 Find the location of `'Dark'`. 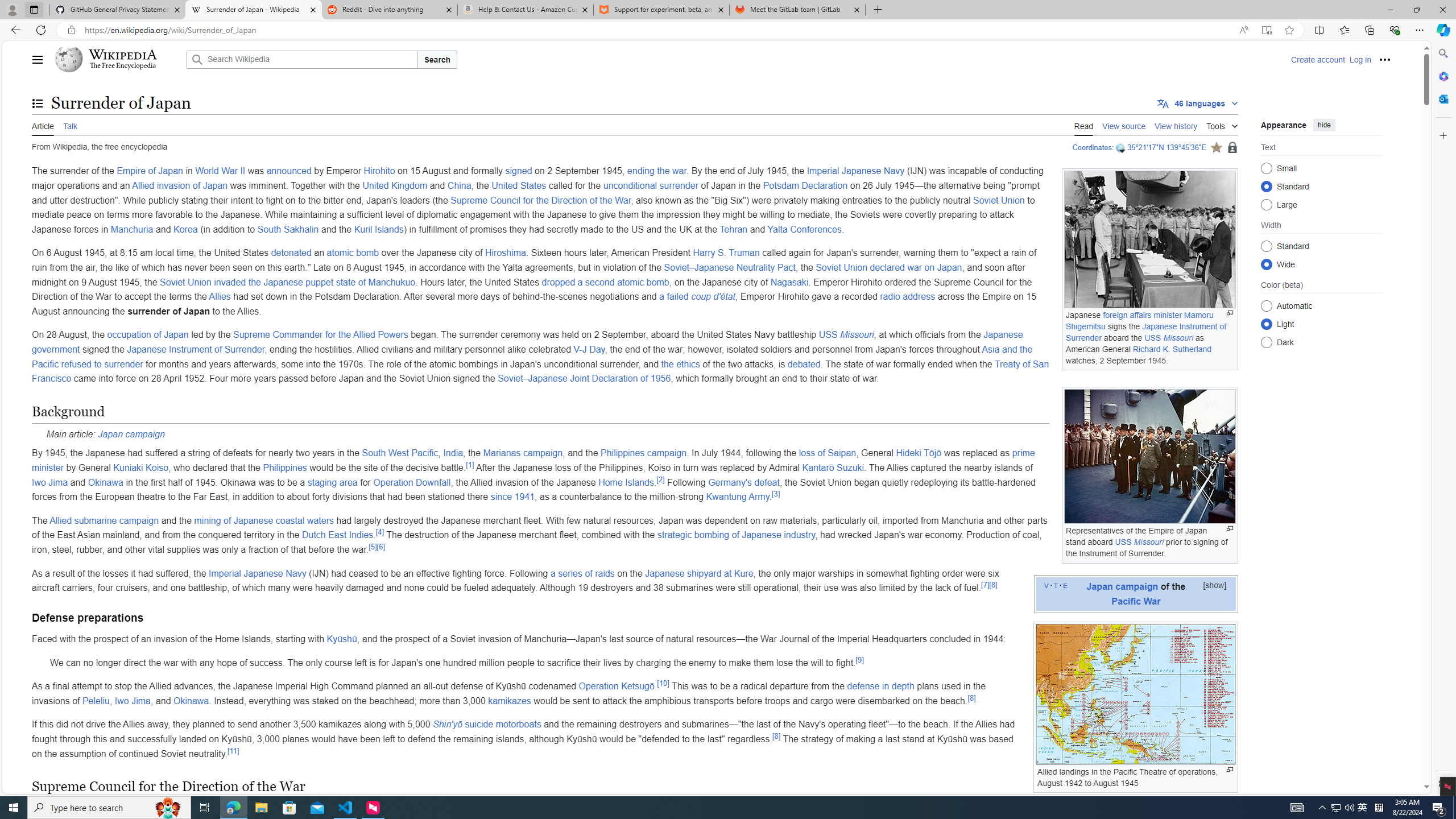

'Dark' is located at coordinates (1266, 342).